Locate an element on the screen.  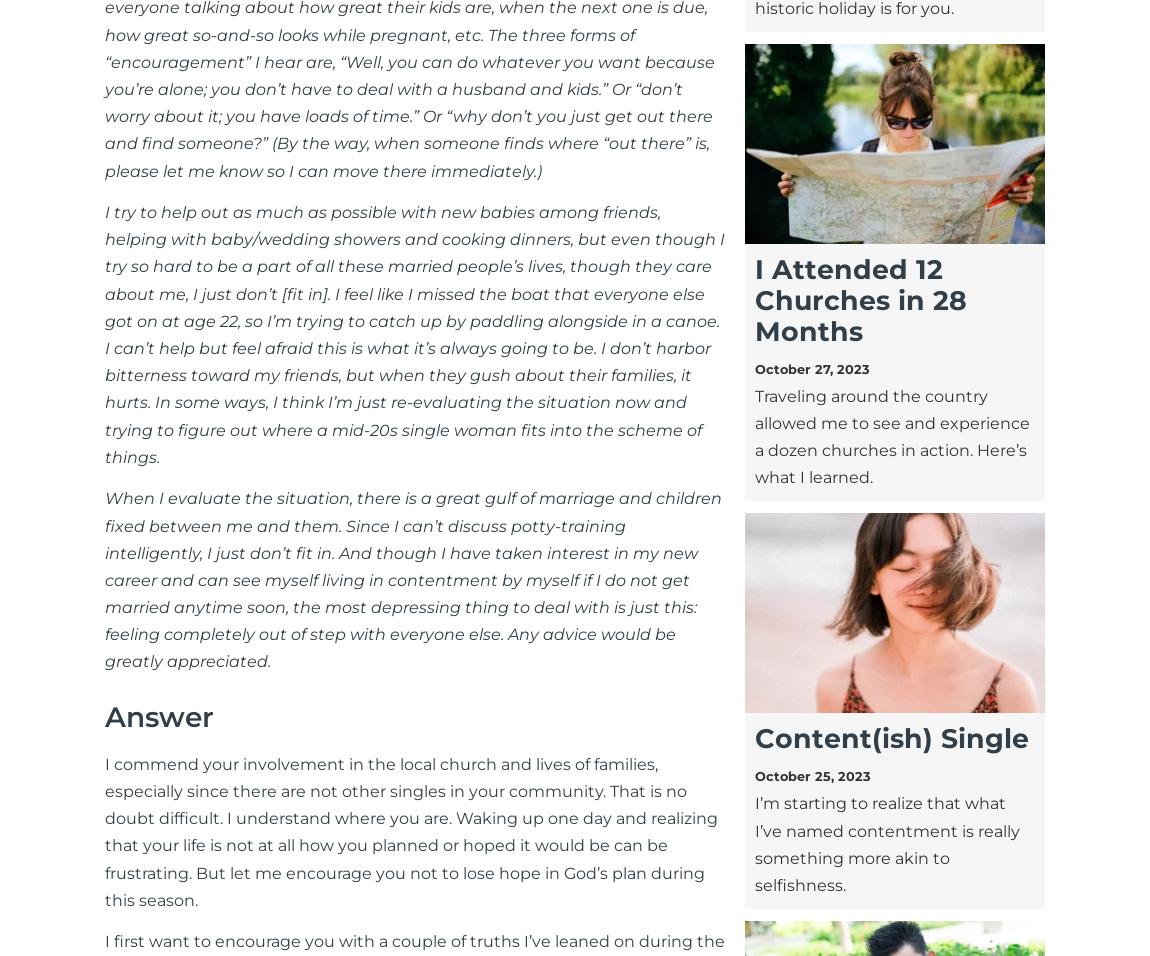
'I commend your involvement in the local church and lives of families, especially since there are not other singles in your community. That is no doubt difficult. I understand where you are. Waking up one day and realizing that your life is not at all how you planned or hoped it would be can be frustrating. But let me encourage you not to lose hope in God’s plan during this season.' is located at coordinates (411, 830).